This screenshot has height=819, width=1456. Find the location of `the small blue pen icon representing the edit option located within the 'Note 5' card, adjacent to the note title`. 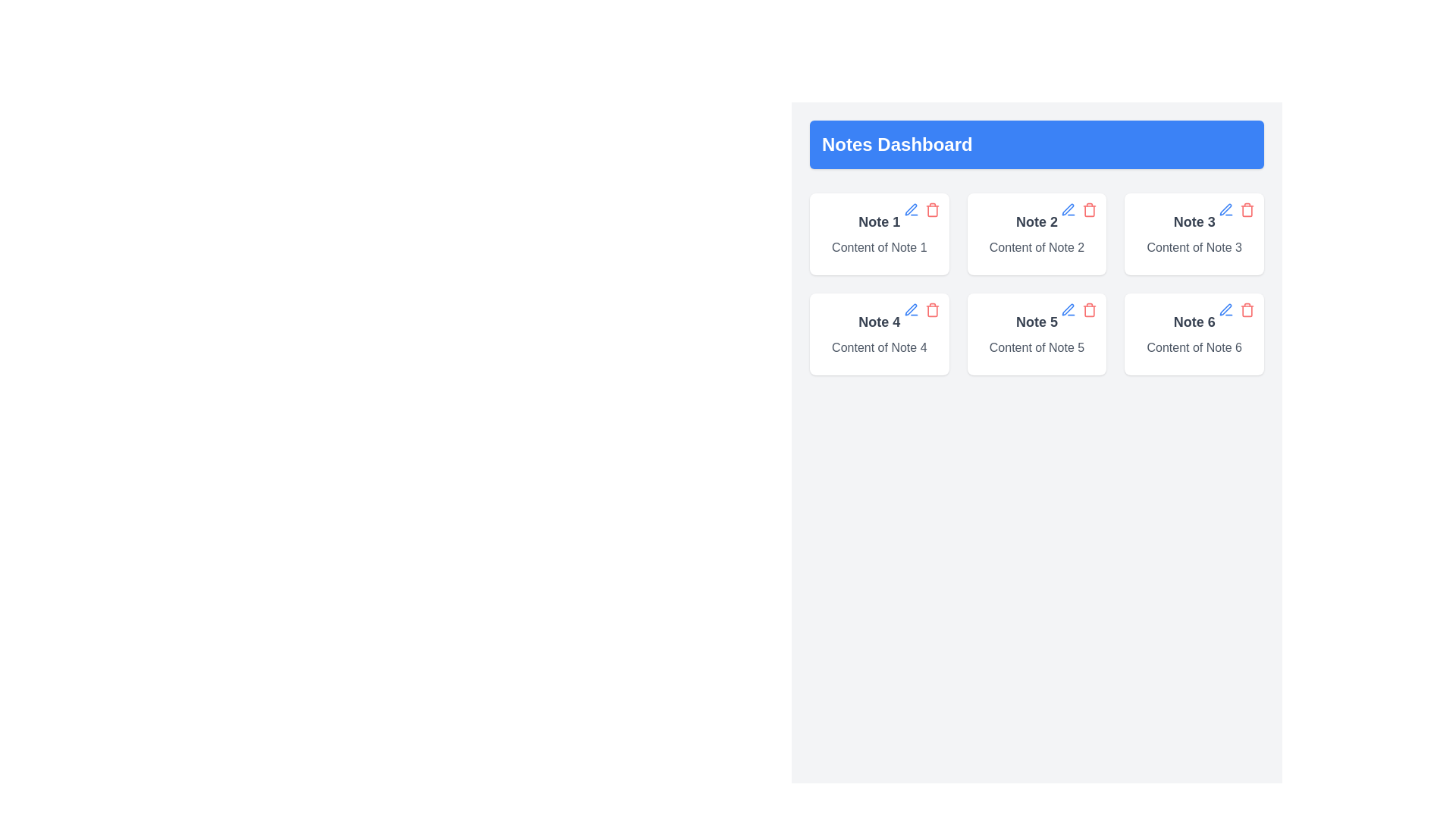

the small blue pen icon representing the edit option located within the 'Note 5' card, adjacent to the note title is located at coordinates (1068, 309).